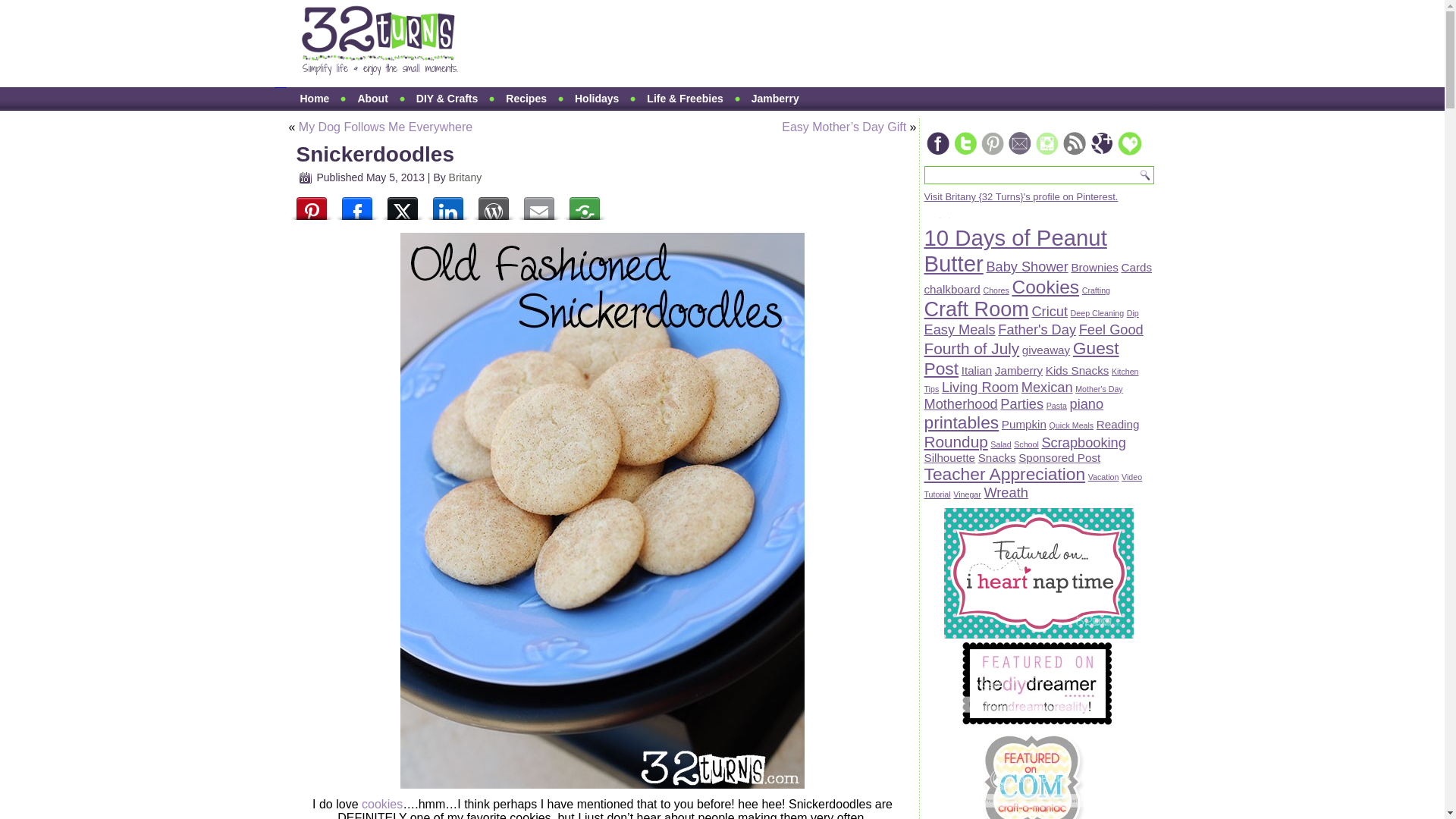  What do you see at coordinates (1001, 424) in the screenshot?
I see `'Pumpkin'` at bounding box center [1001, 424].